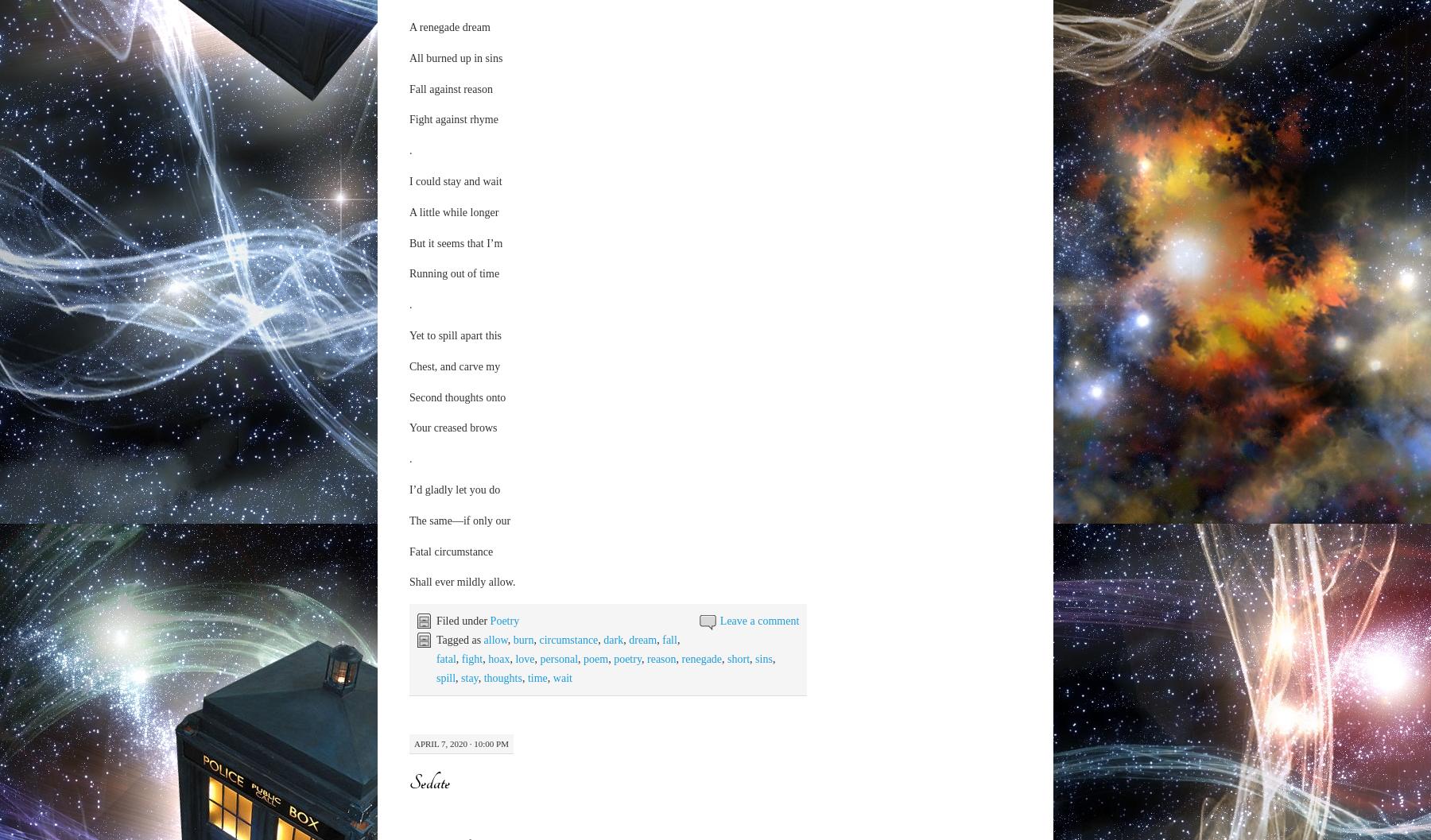 This screenshot has height=840, width=1431. I want to click on 'i remember that day so vividly; my new art supplies had just arrived and i was feeling so pumped to try them out that i went ahead for some breakfast even though i haven't slept yet', so click(434, 675).